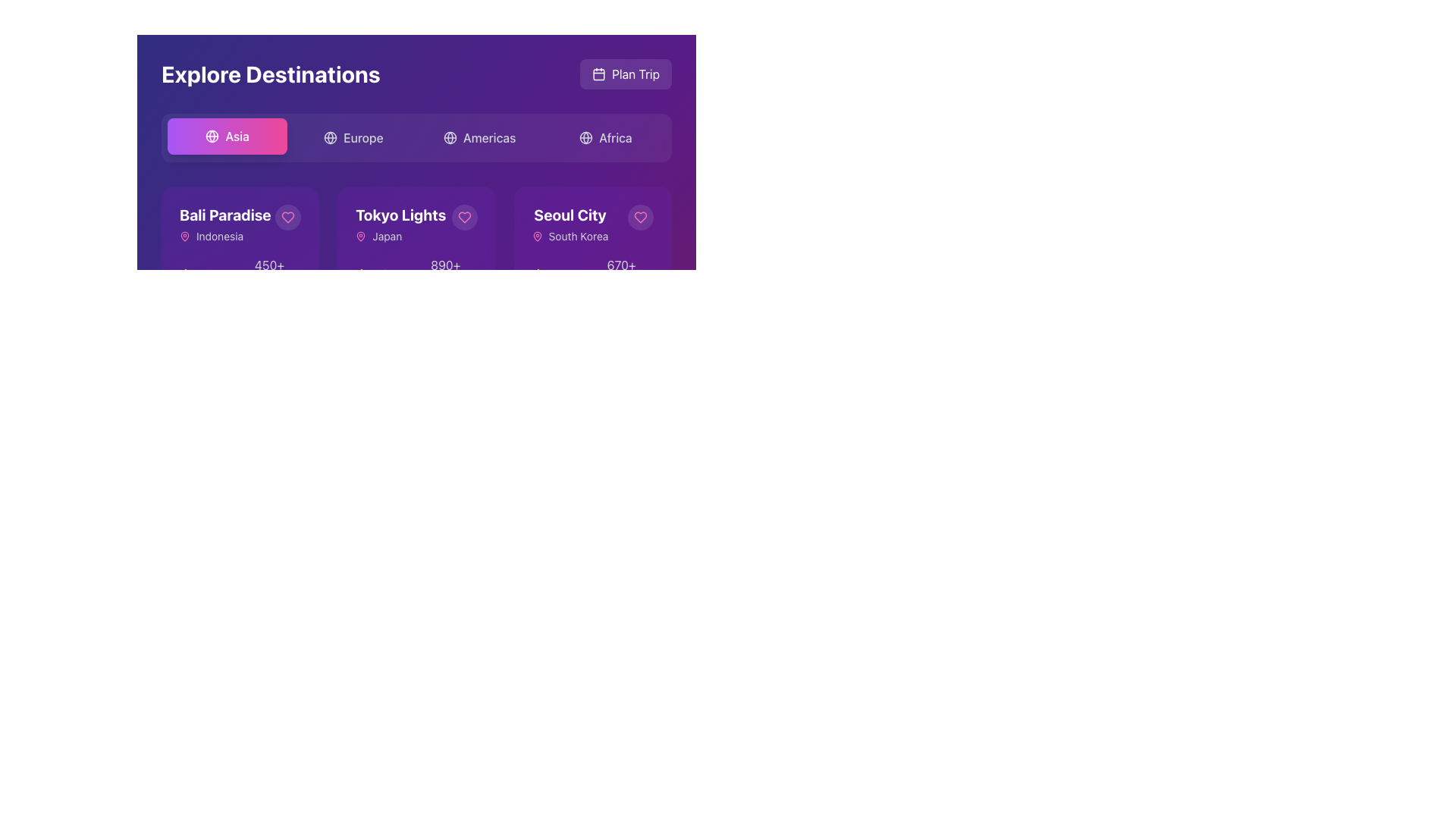 This screenshot has height=819, width=1456. What do you see at coordinates (444, 275) in the screenshot?
I see `text label displaying the number of travelers associated with the 'Tokyo Lights' destination, which is the third item in a horizontally aligned group of traveler count indicators` at bounding box center [444, 275].